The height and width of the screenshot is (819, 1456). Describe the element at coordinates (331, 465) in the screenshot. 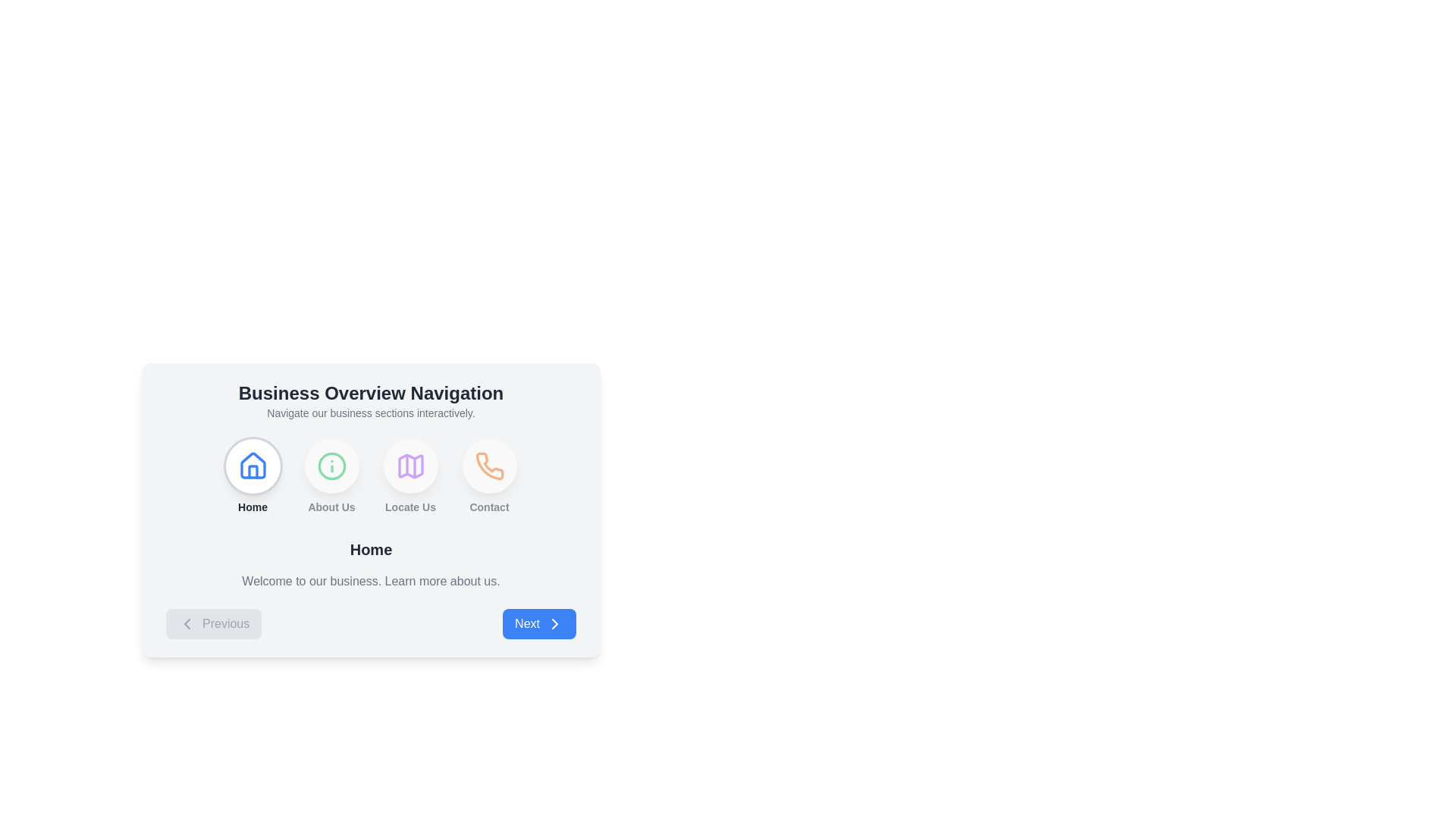

I see `the 'About Us' icon, which is the main visual component located above the 'About Us' label in the navigation section` at that location.